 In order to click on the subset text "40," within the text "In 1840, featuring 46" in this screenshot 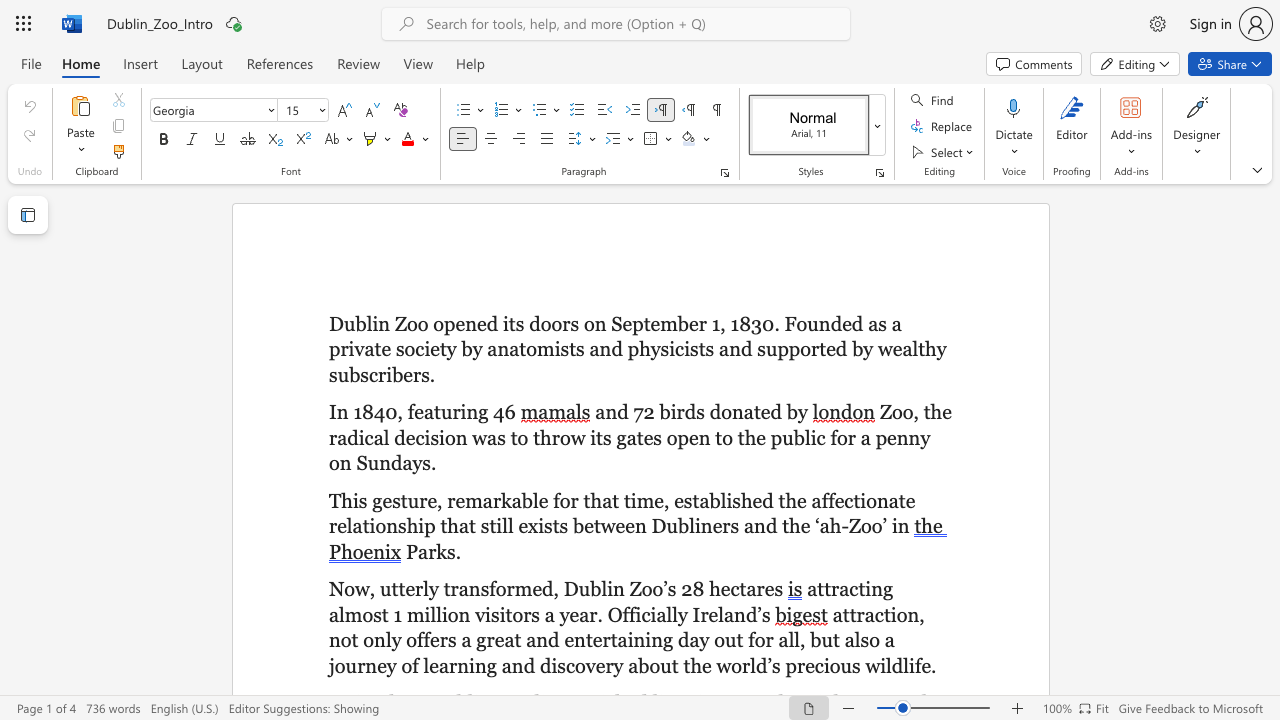, I will do `click(373, 411)`.